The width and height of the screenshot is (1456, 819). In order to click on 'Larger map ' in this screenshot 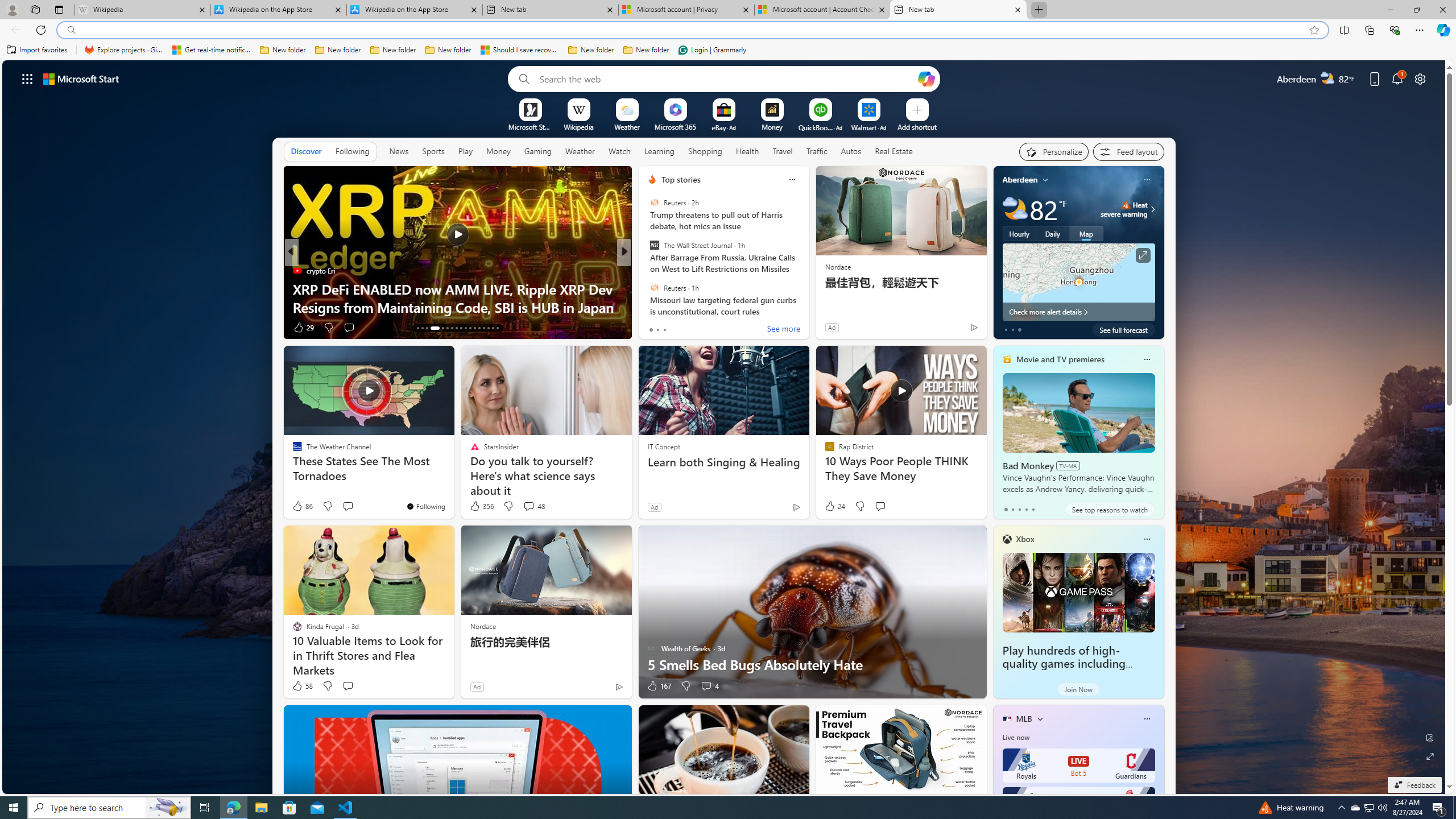, I will do `click(1078, 282)`.